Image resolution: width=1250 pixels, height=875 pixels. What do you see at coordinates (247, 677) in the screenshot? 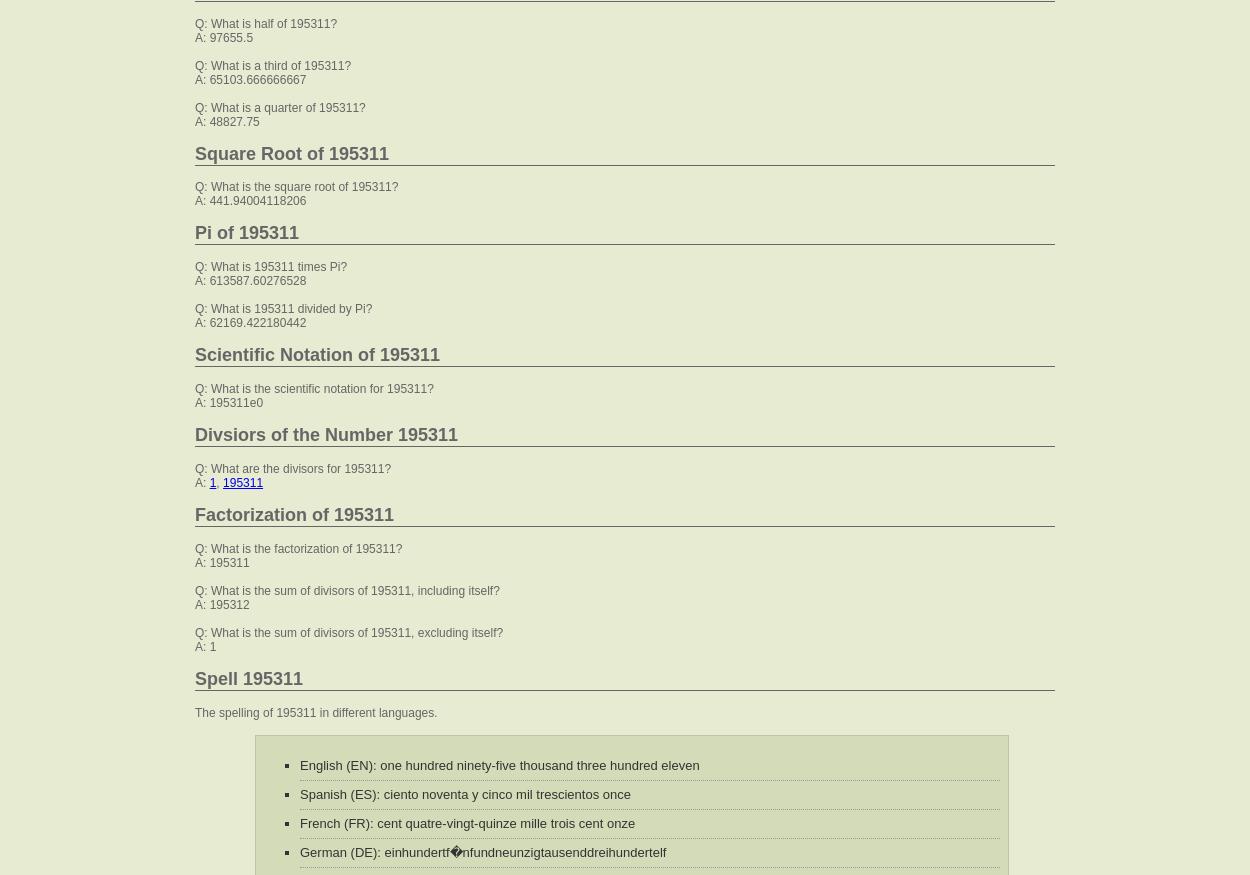
I see `'Spell 195311'` at bounding box center [247, 677].